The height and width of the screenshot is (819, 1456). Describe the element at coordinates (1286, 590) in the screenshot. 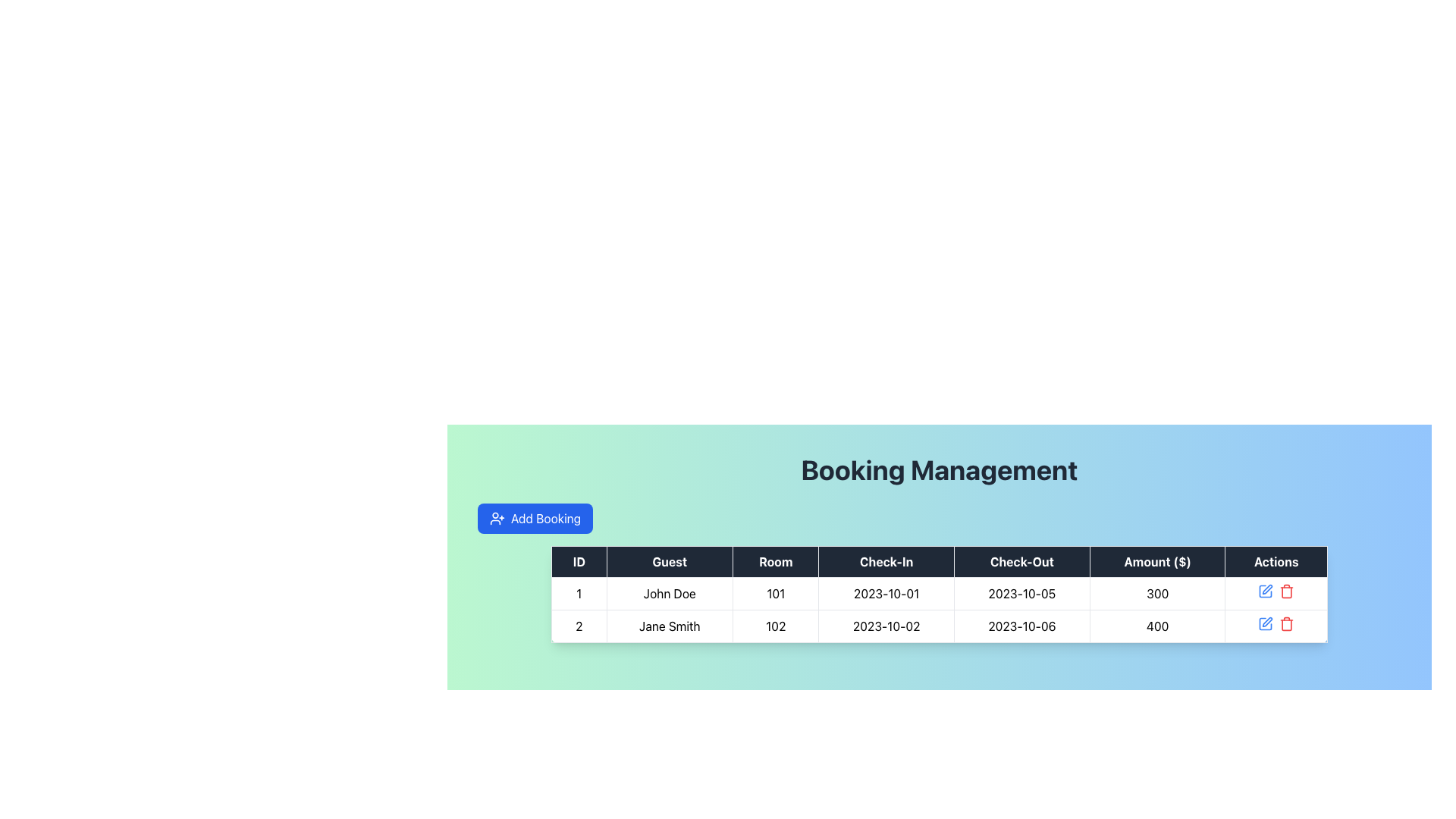

I see `the delete action button located in the rightmost cell of the 'Actions' column in the second row of the table` at that location.